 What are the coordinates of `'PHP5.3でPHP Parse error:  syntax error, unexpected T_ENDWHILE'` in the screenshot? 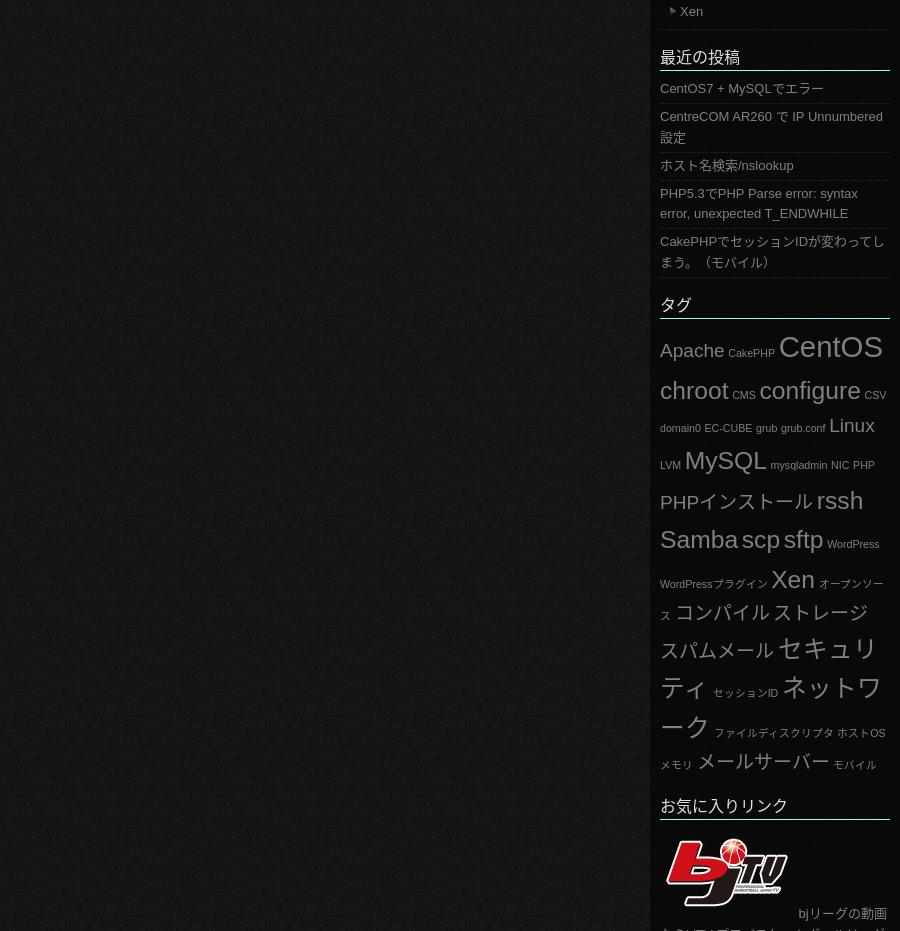 It's located at (659, 202).